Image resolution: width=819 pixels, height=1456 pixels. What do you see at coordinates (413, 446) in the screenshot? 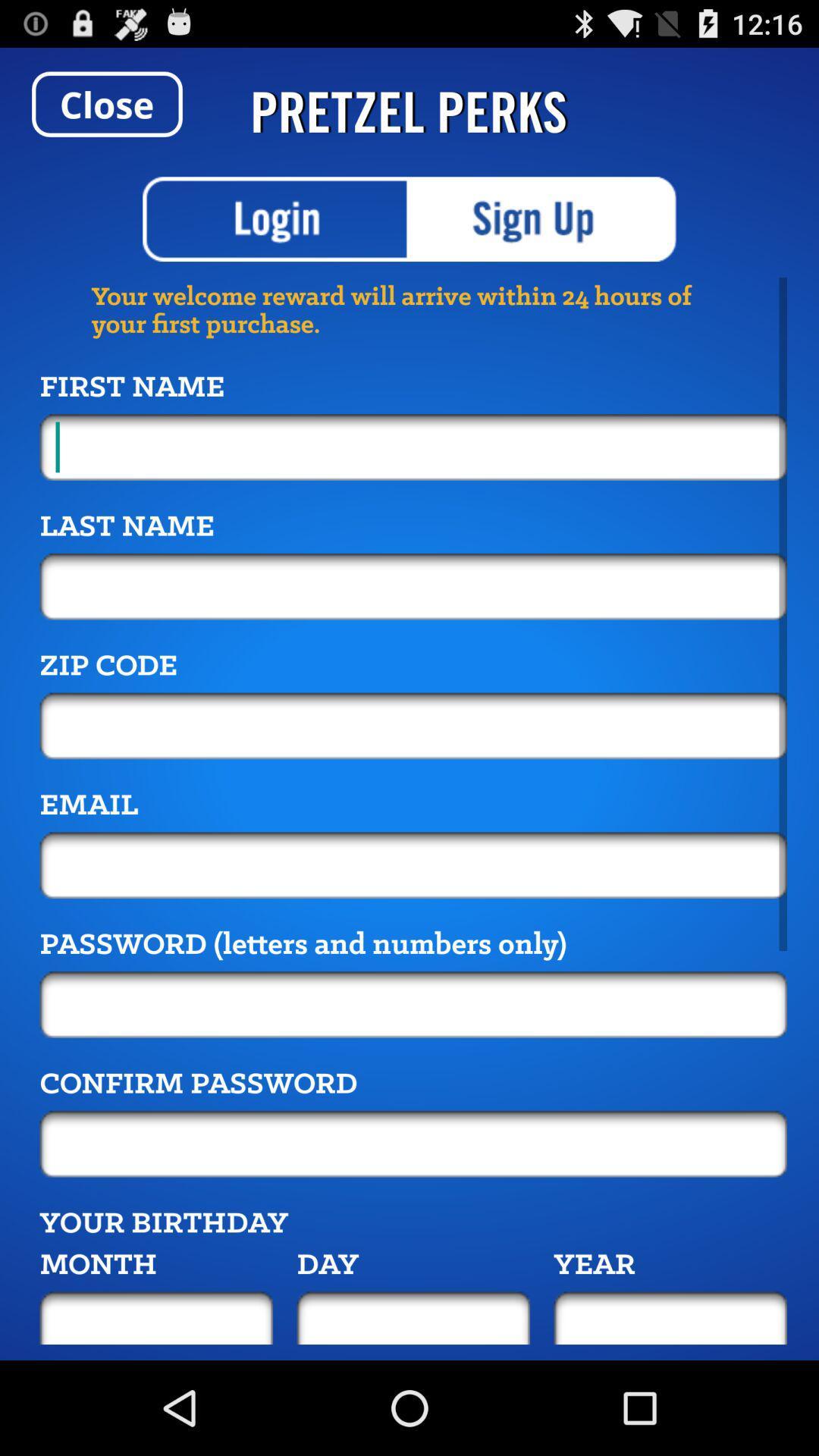
I see `first name entry` at bounding box center [413, 446].